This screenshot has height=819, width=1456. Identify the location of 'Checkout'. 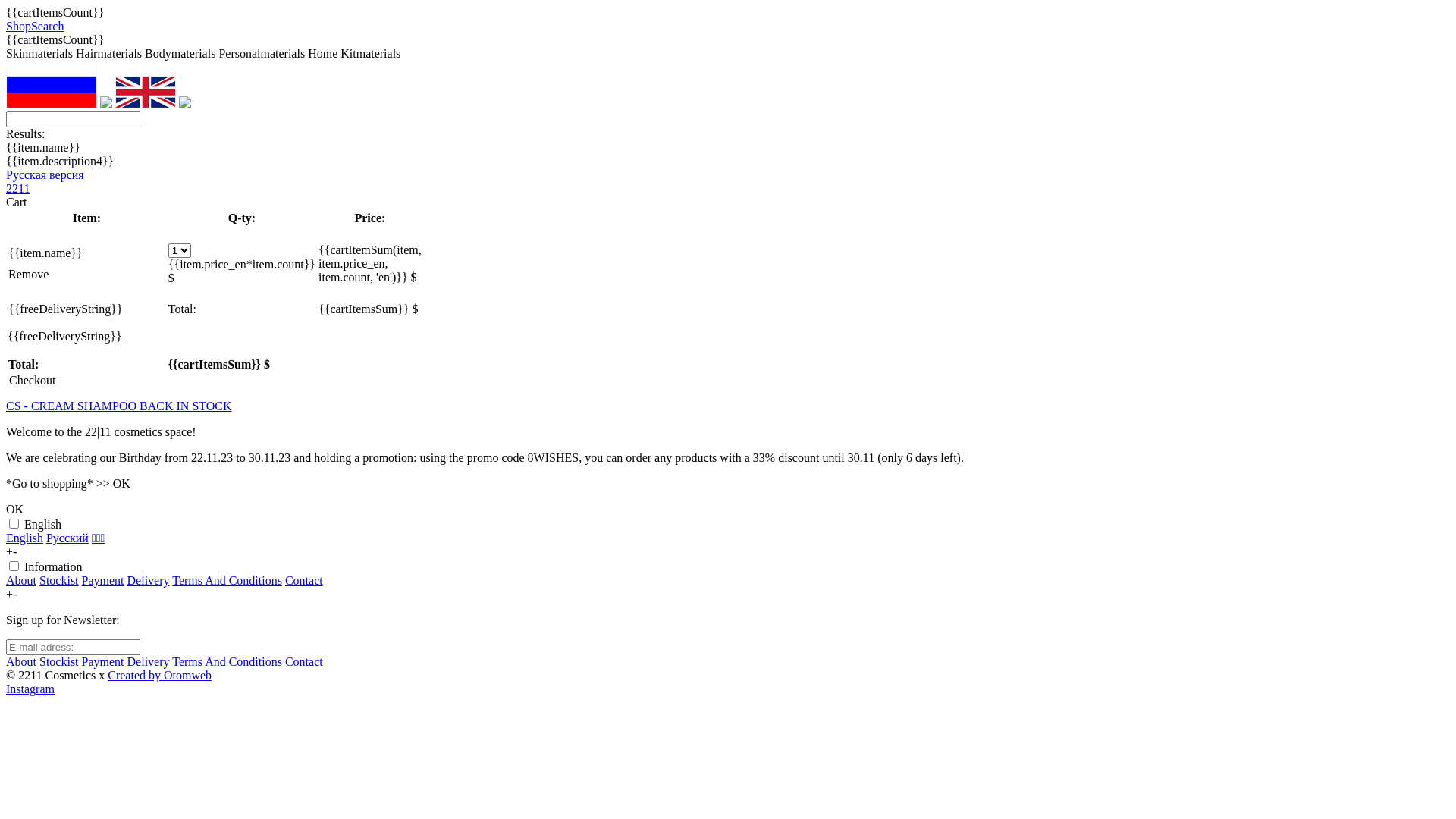
(32, 379).